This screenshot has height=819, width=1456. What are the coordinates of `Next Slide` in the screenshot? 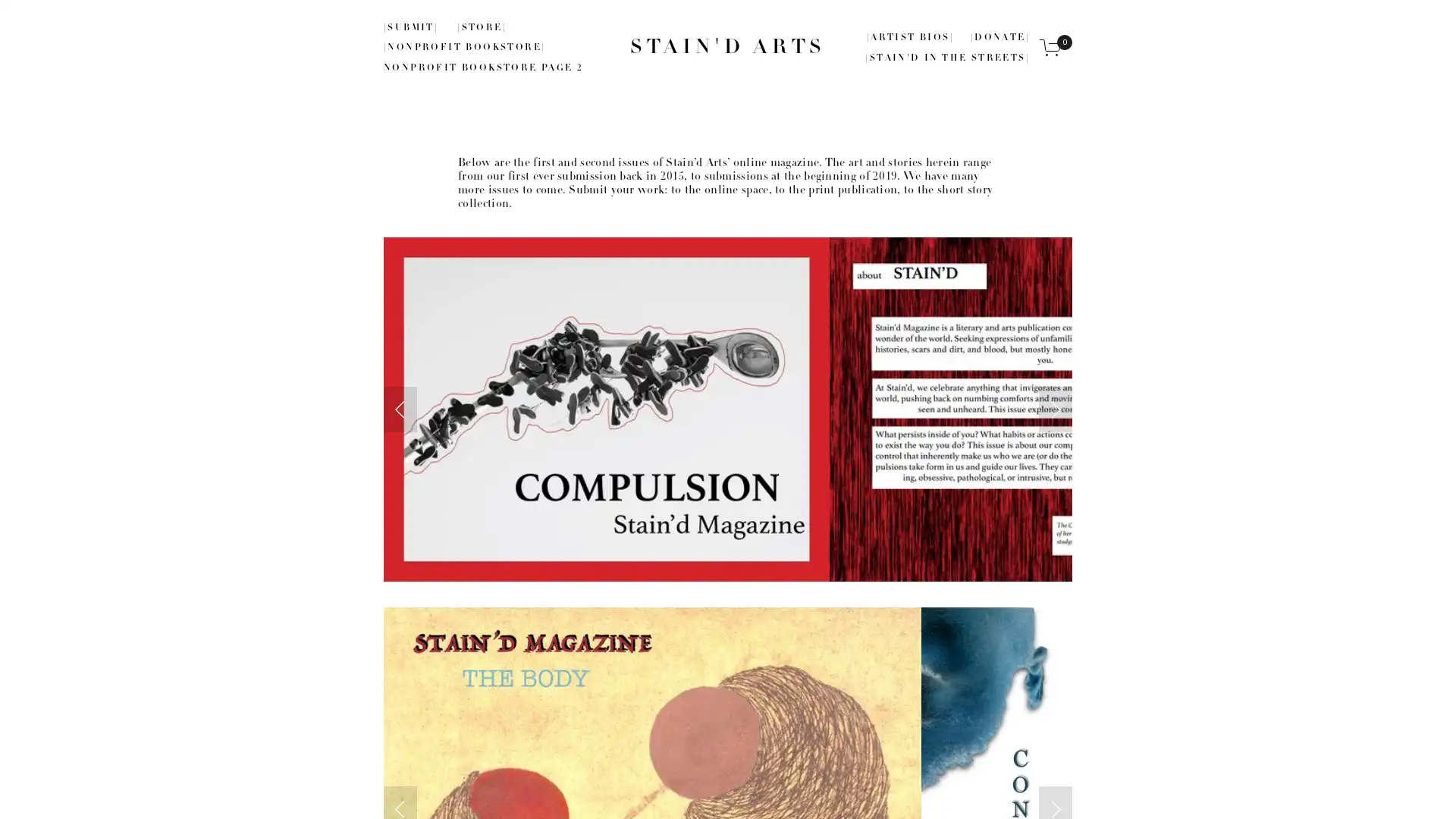 It's located at (1055, 408).